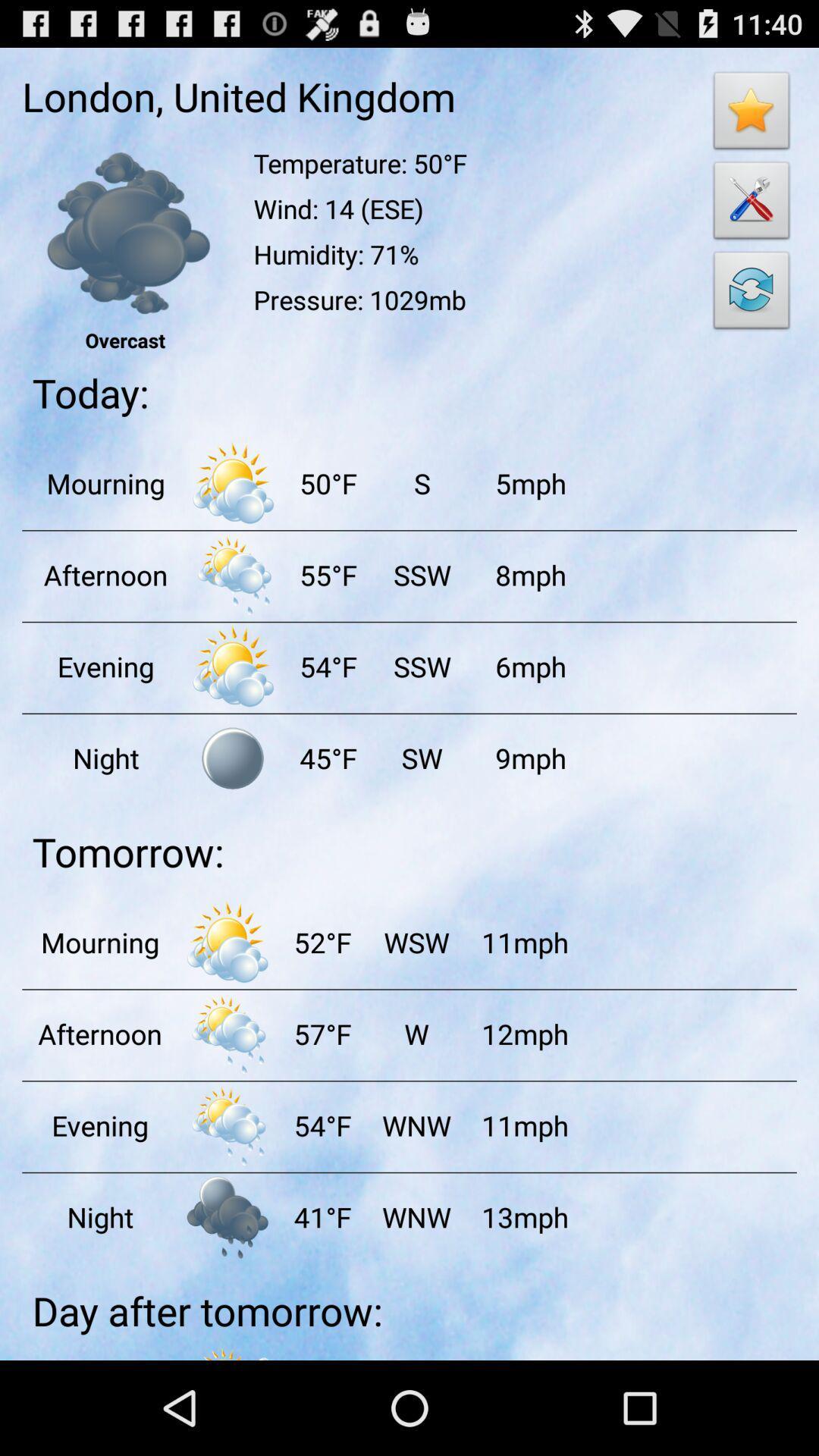  Describe the element at coordinates (233, 482) in the screenshot. I see `see the weather` at that location.